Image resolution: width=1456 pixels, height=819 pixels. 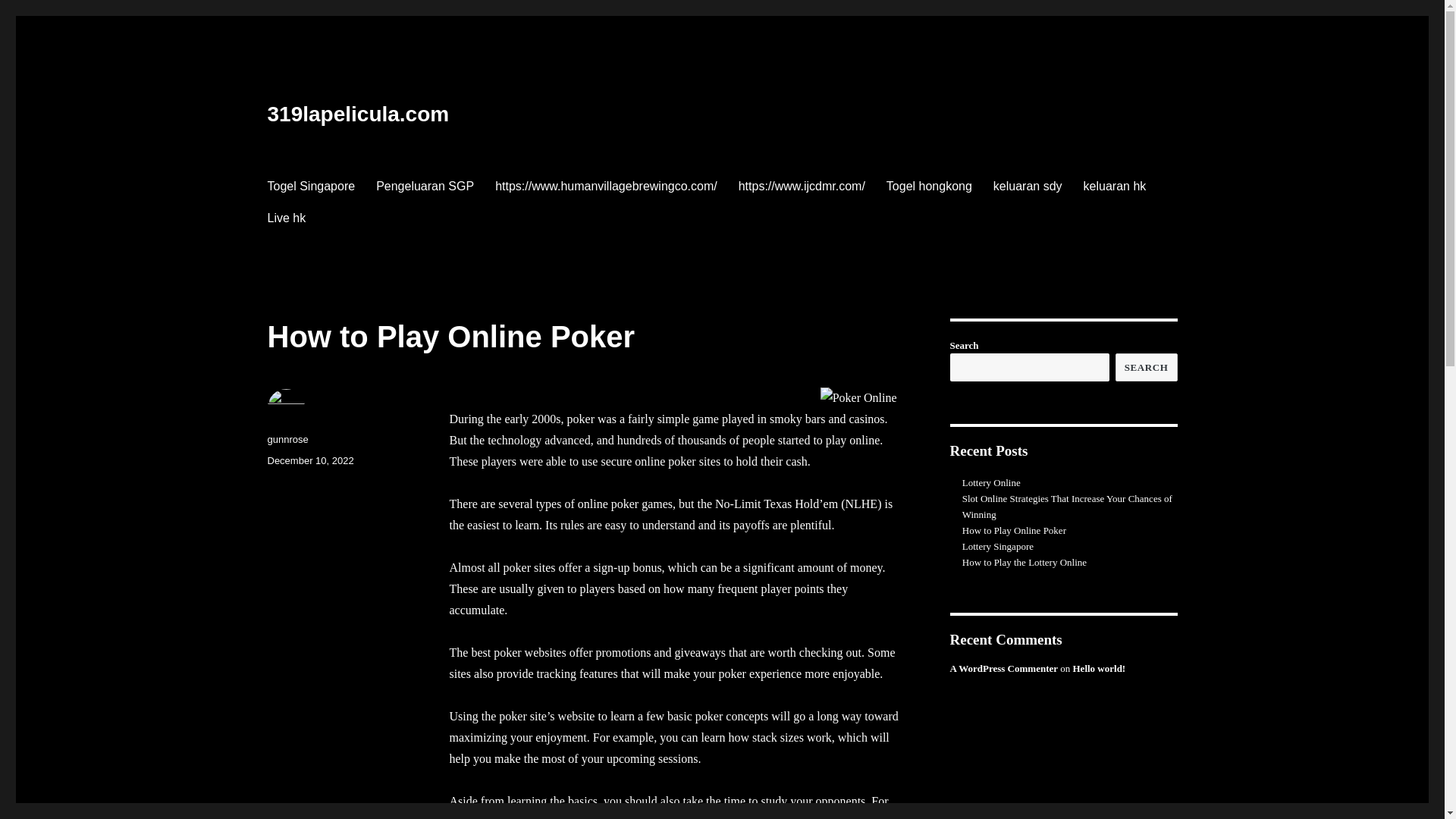 I want to click on 'Togel hongkong', so click(x=928, y=185).